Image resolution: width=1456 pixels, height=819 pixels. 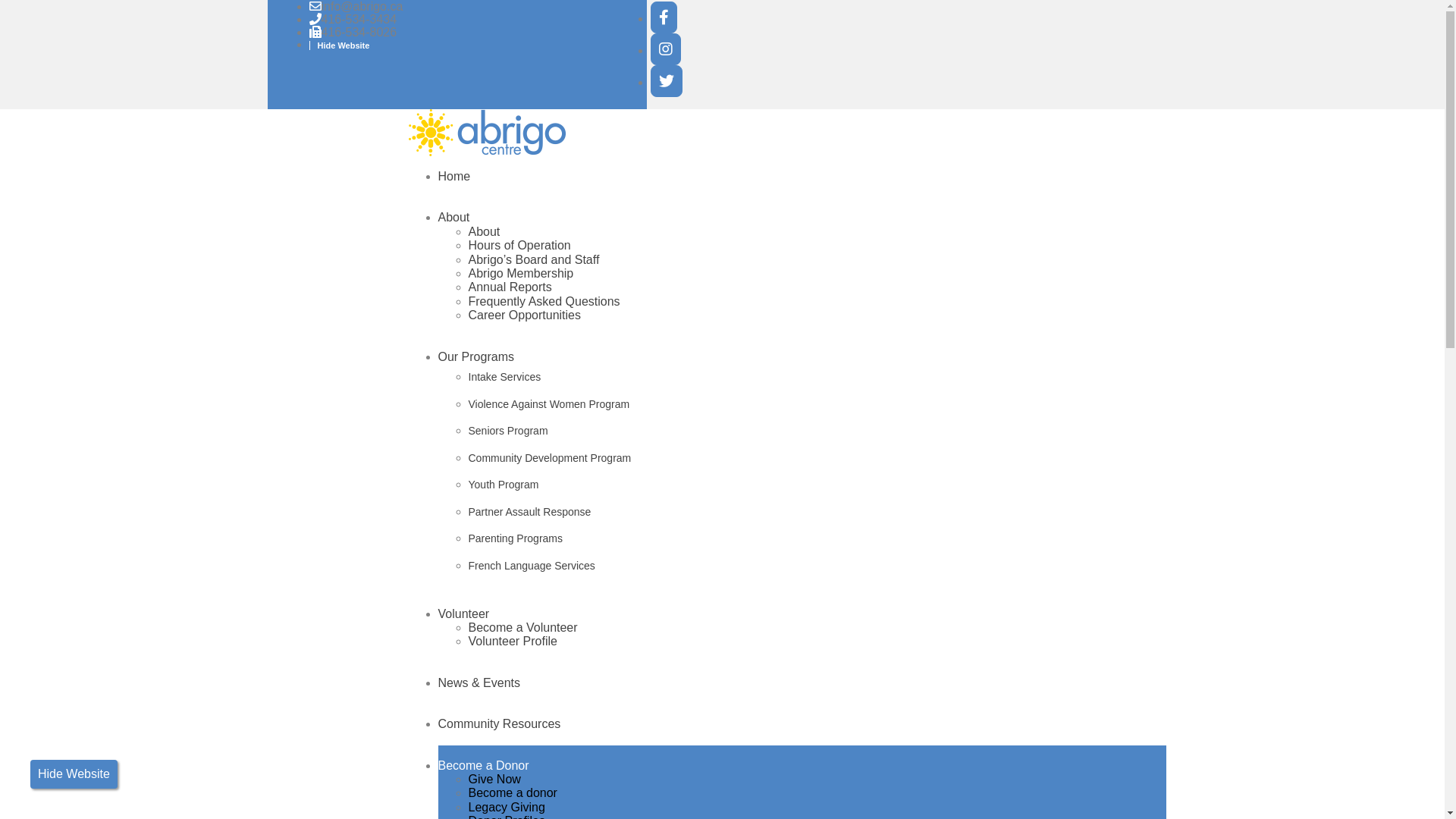 What do you see at coordinates (468, 566) in the screenshot?
I see `'French Language Services'` at bounding box center [468, 566].